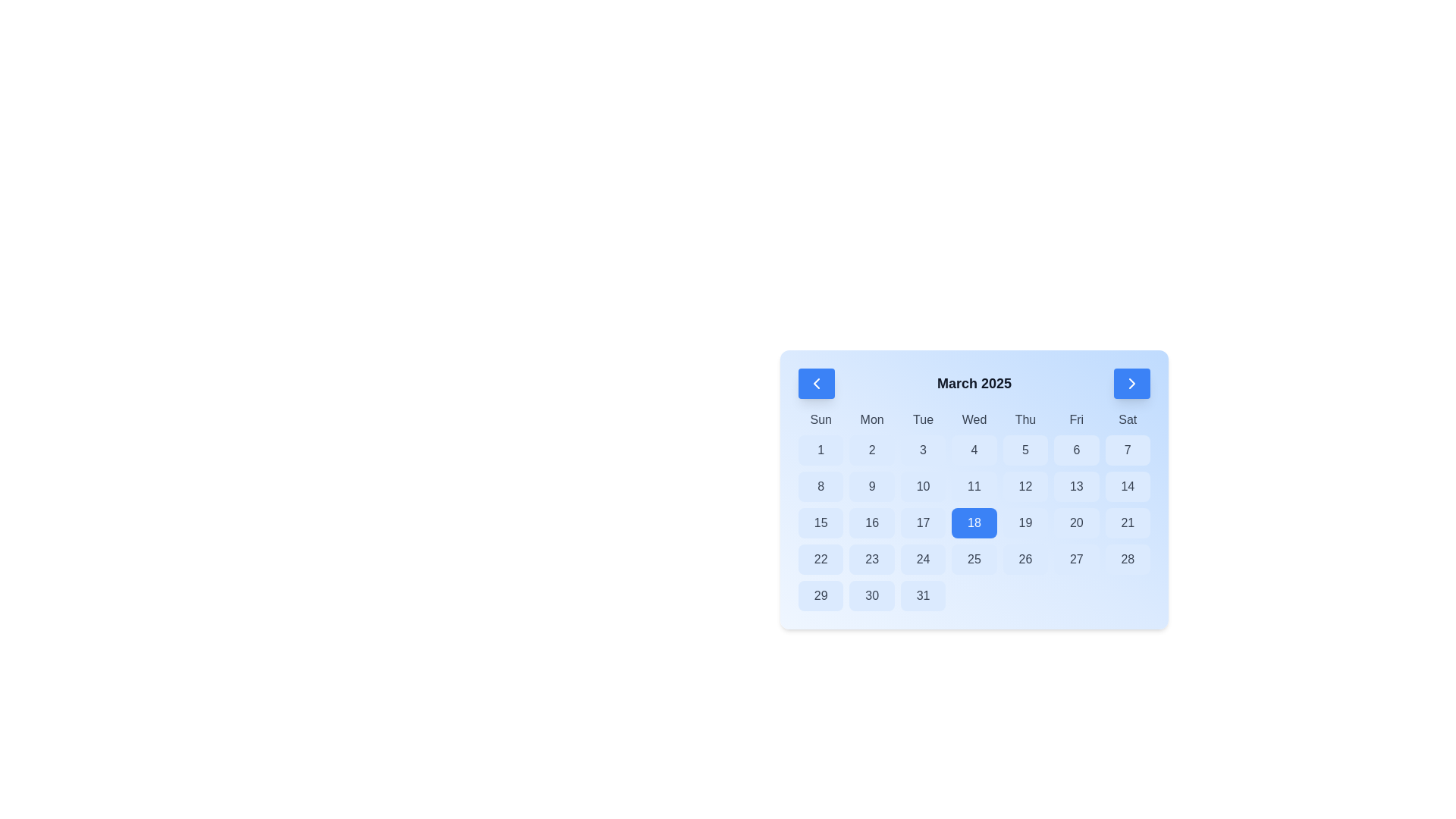  What do you see at coordinates (1075, 420) in the screenshot?
I see `the text label displaying 'Fri', which is the sixth element in a row of days of the week, styled in medium gray within a grid layout` at bounding box center [1075, 420].